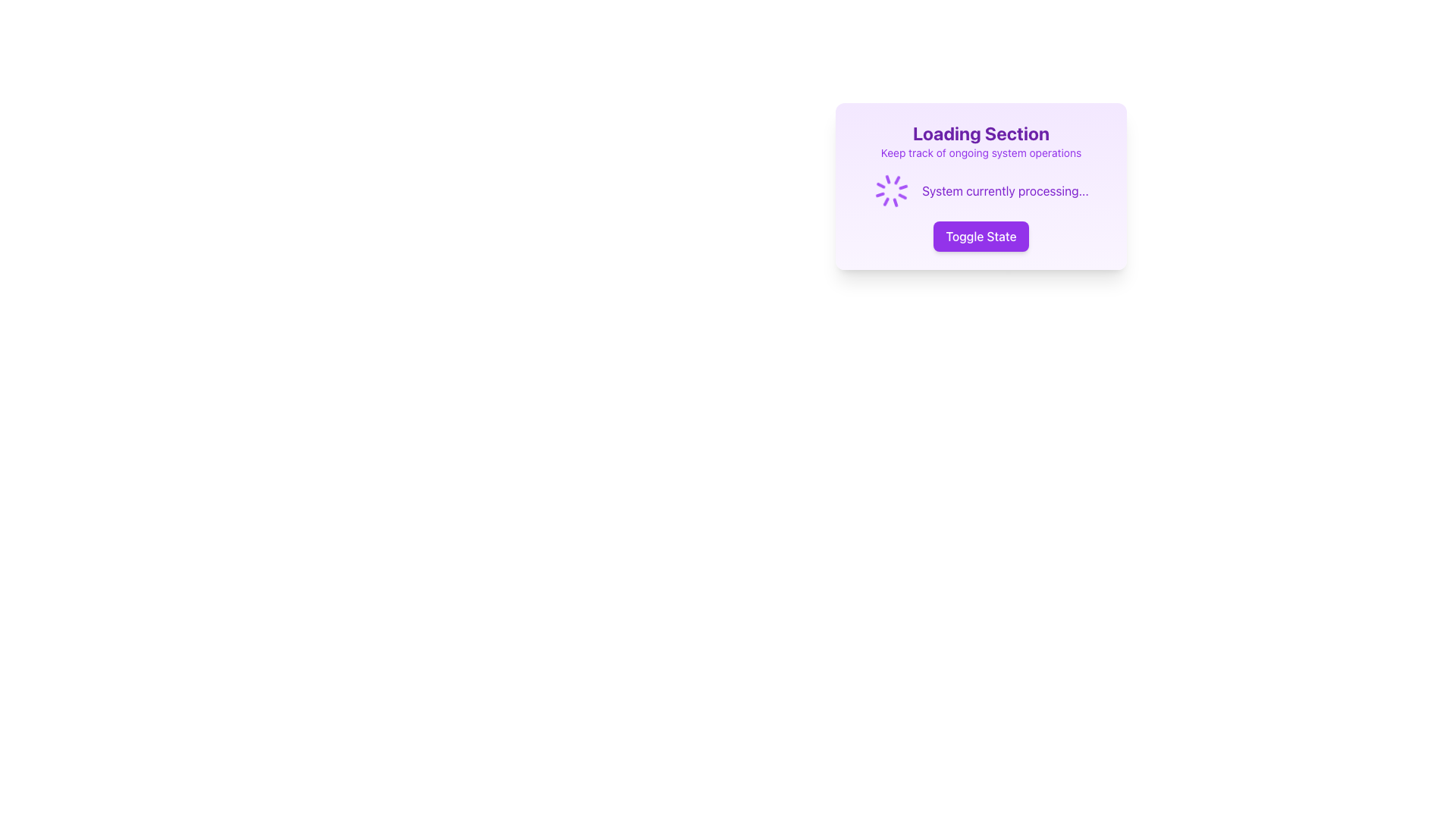  What do you see at coordinates (892, 190) in the screenshot?
I see `the Spinner/Icon that indicates the system is currently processing, located to the left of the text 'System currently processing...' and above the 'Toggle State' button` at bounding box center [892, 190].